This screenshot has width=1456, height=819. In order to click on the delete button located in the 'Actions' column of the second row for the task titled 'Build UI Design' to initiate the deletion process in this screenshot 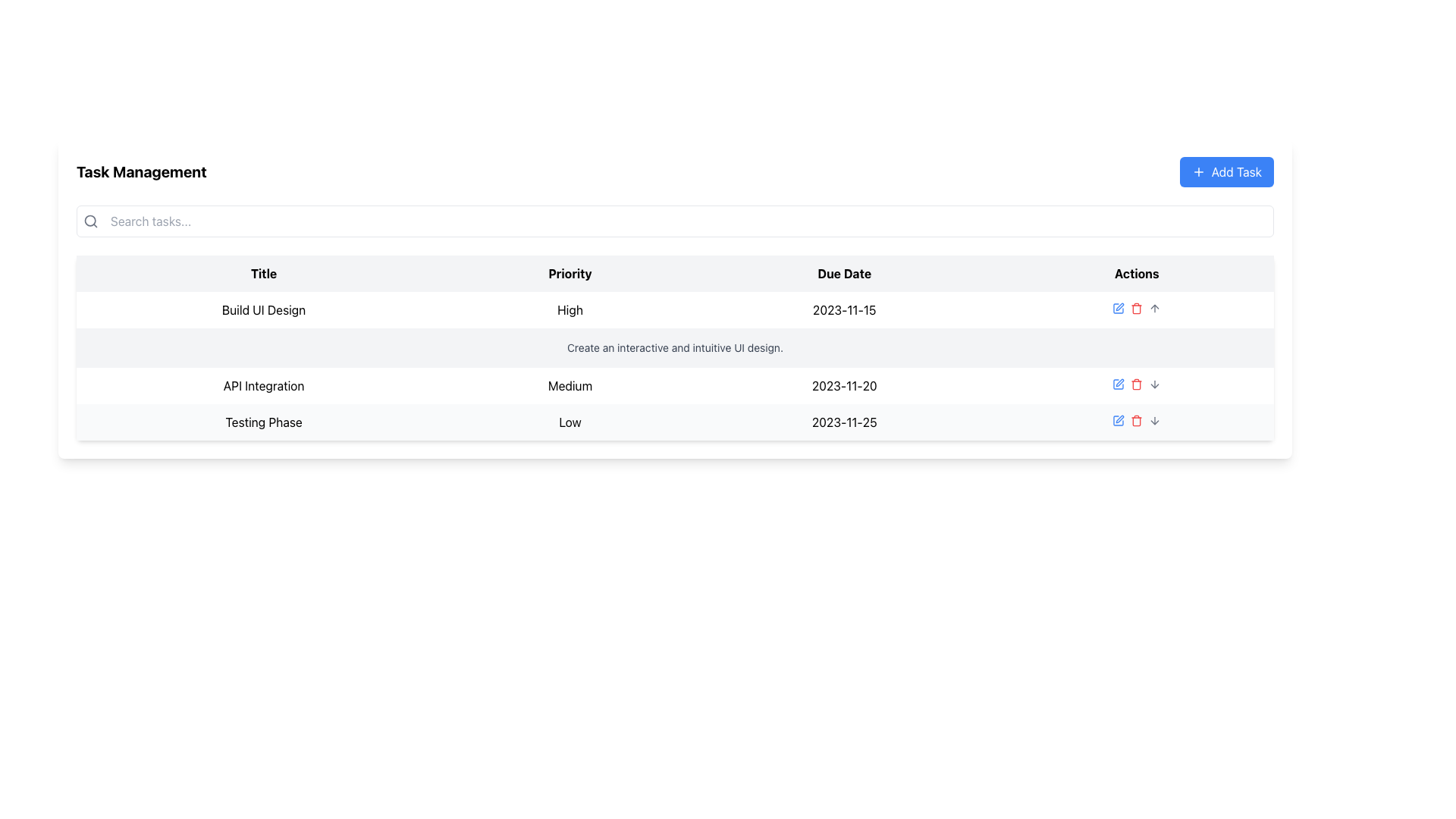, I will do `click(1137, 308)`.